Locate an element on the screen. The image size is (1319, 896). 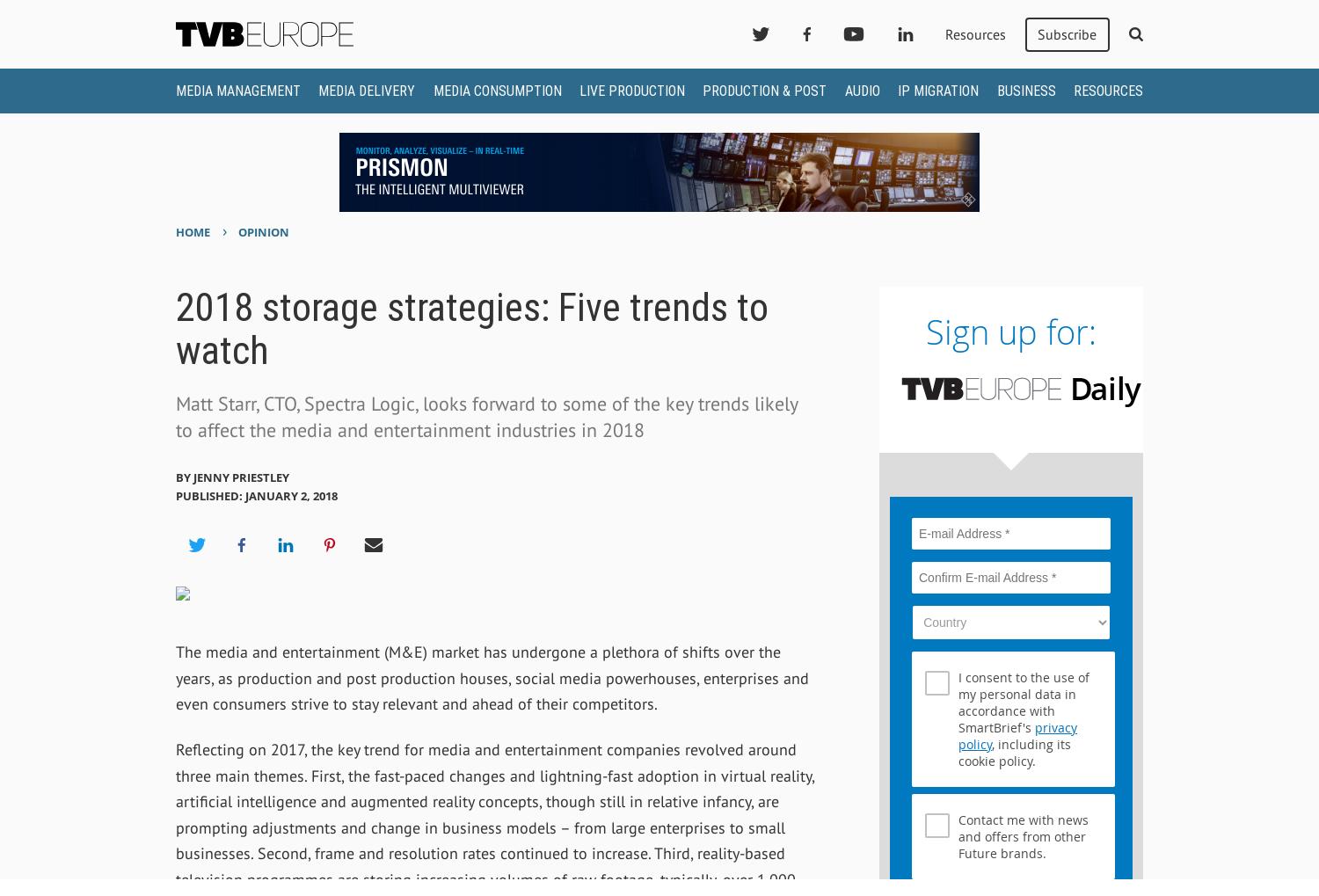
'The media and entertainment (M&E) market has undergone a plethora of shifts over the years, as production and post production houses, social media powerhouses, enterprises and even consumers strive to stay relevant and ahead of their competitors.' is located at coordinates (492, 676).